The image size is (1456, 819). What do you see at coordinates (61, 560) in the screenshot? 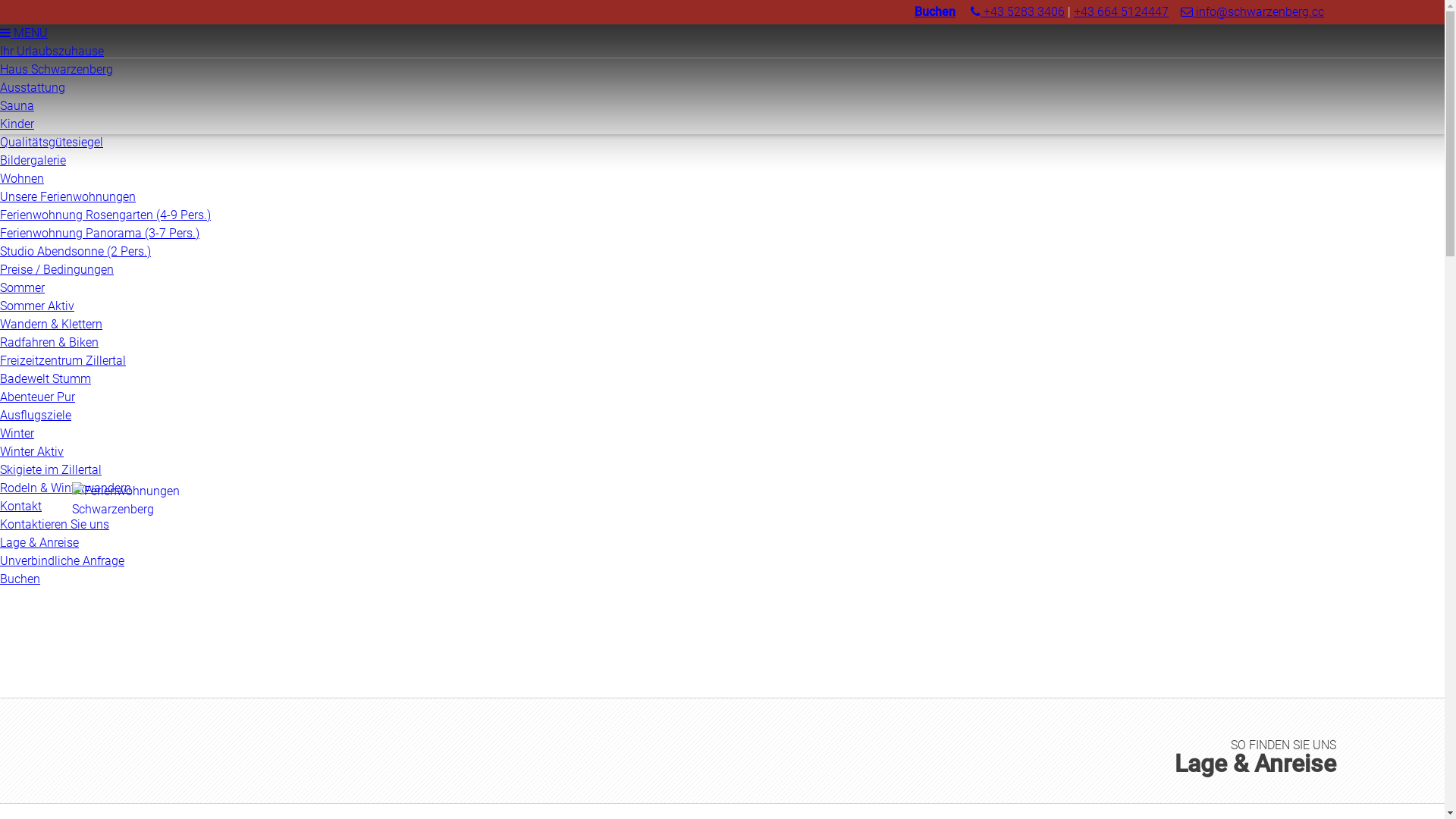
I see `'Unverbindliche Anfrage'` at bounding box center [61, 560].